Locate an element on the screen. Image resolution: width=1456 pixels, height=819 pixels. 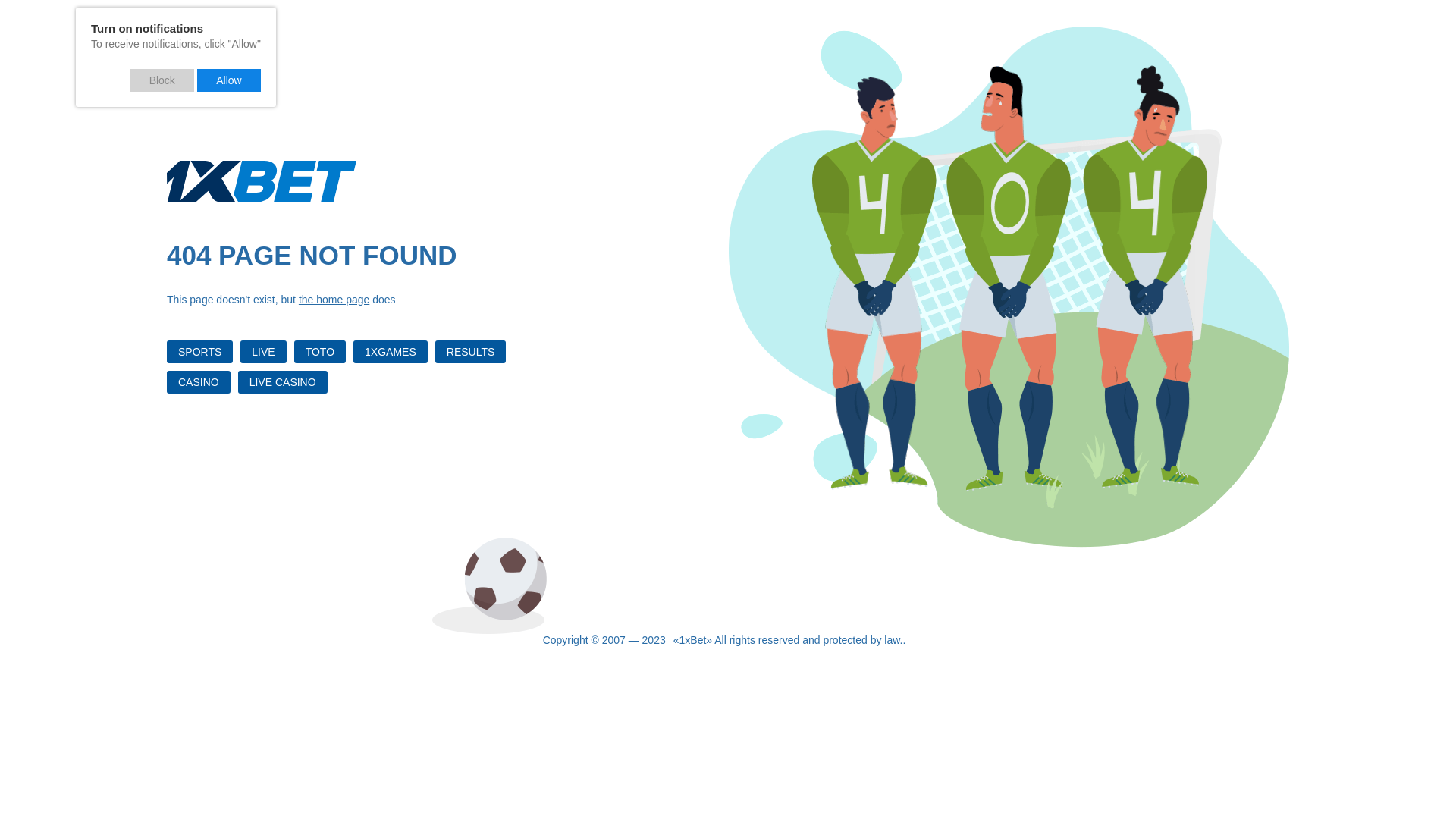
'CASINO' is located at coordinates (198, 381).